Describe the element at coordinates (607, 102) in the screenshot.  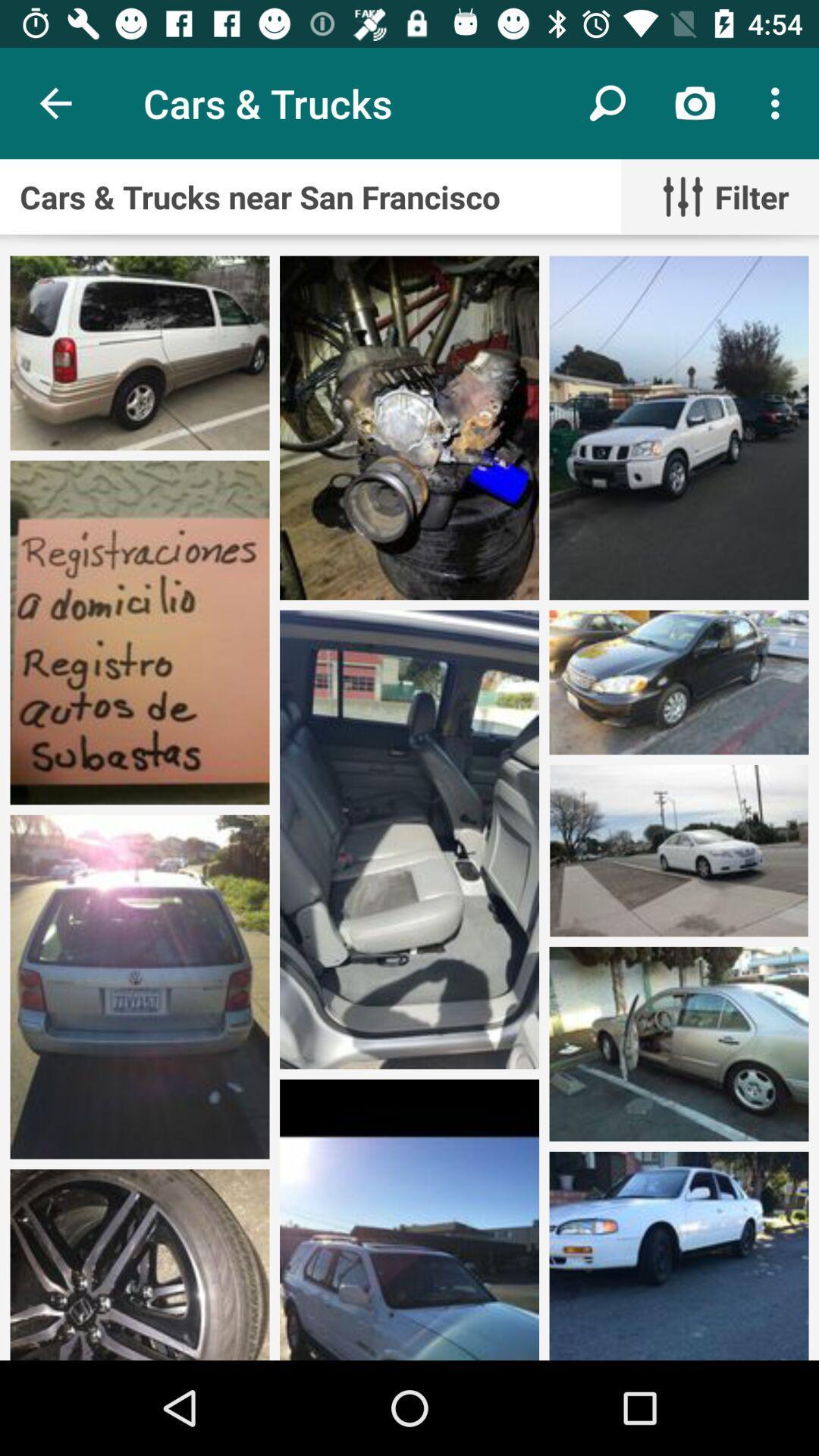
I see `item above the cars trucks near icon` at that location.